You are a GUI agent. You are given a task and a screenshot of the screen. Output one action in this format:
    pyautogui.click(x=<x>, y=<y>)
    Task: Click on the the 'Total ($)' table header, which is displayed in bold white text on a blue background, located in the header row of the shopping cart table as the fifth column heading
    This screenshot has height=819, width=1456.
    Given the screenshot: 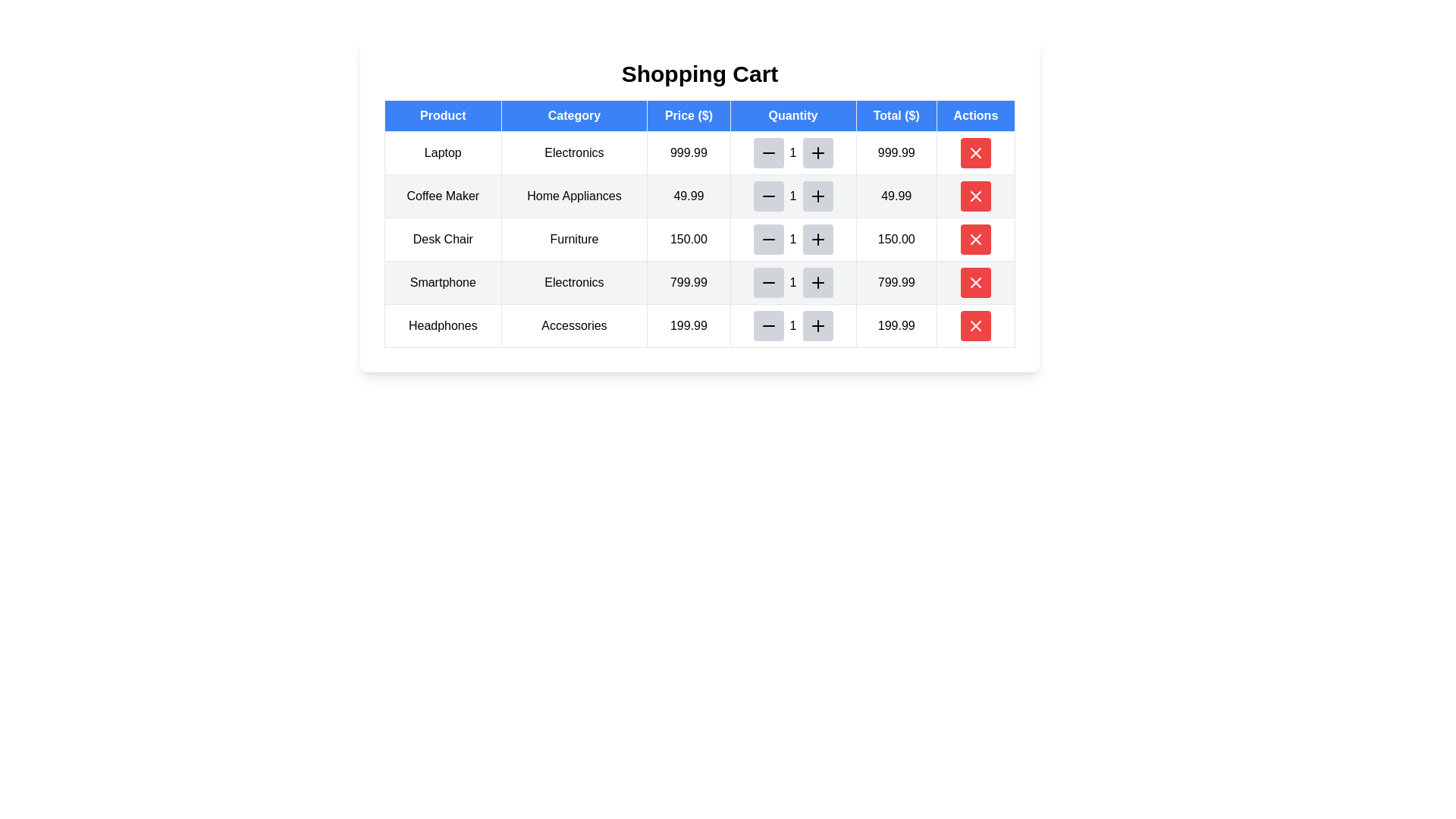 What is the action you would take?
    pyautogui.click(x=896, y=115)
    